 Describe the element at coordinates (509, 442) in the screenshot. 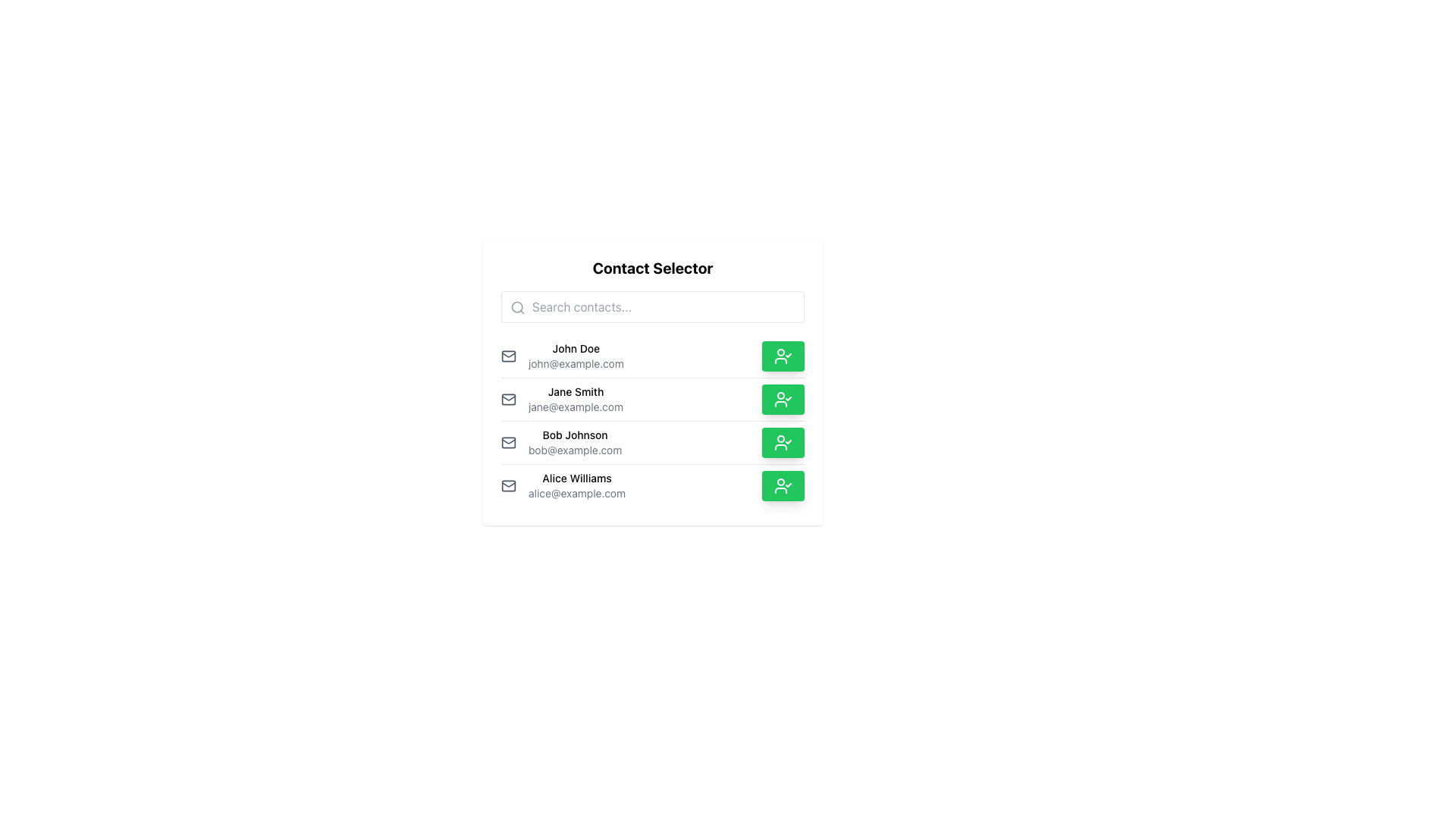

I see `the email icon associated with 'Bob Johnson' in the contact list, located to the left of 'bob@example.com'` at that location.